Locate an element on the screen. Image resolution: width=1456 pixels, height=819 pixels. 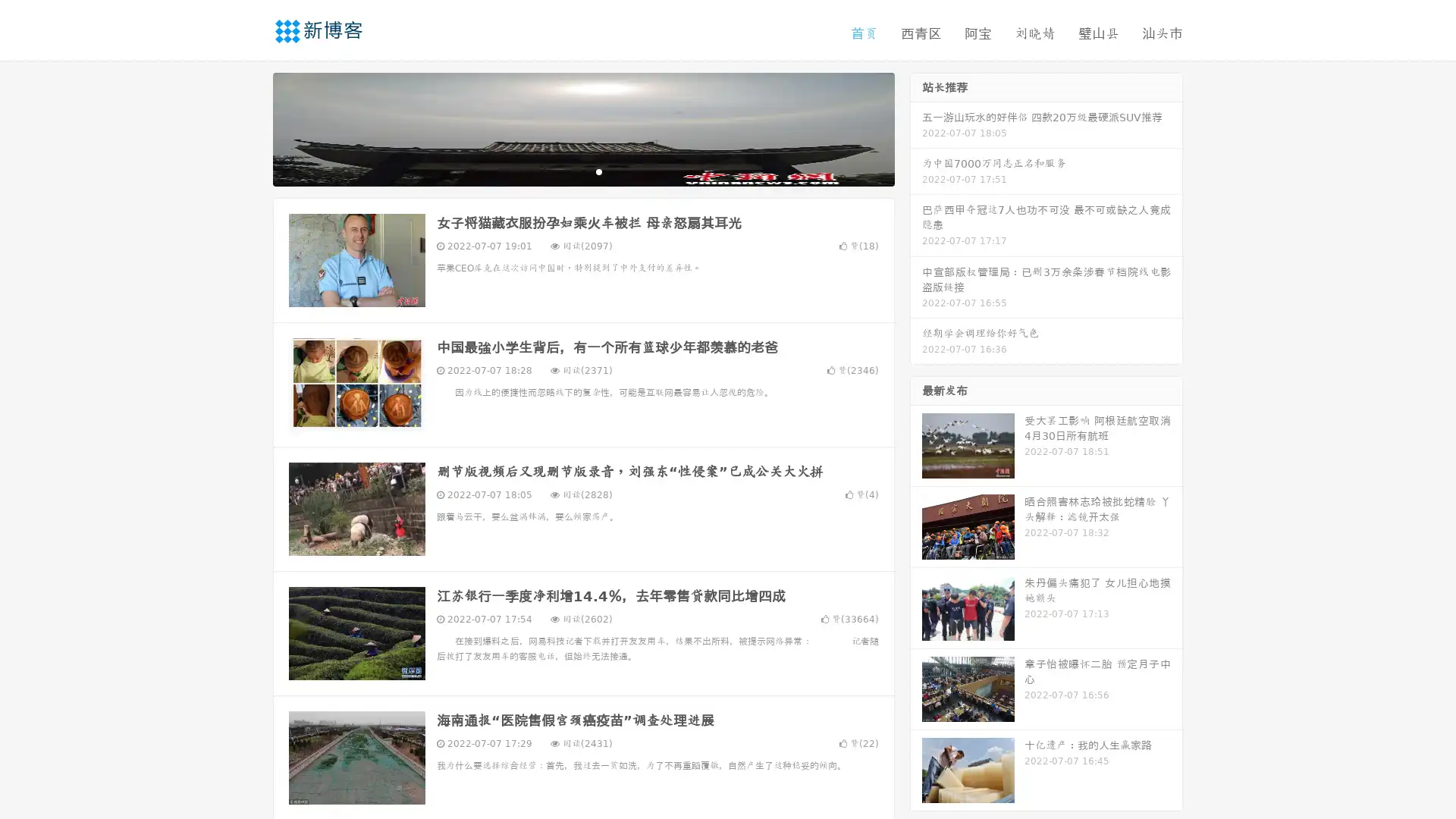
Go to slide 3 is located at coordinates (598, 171).